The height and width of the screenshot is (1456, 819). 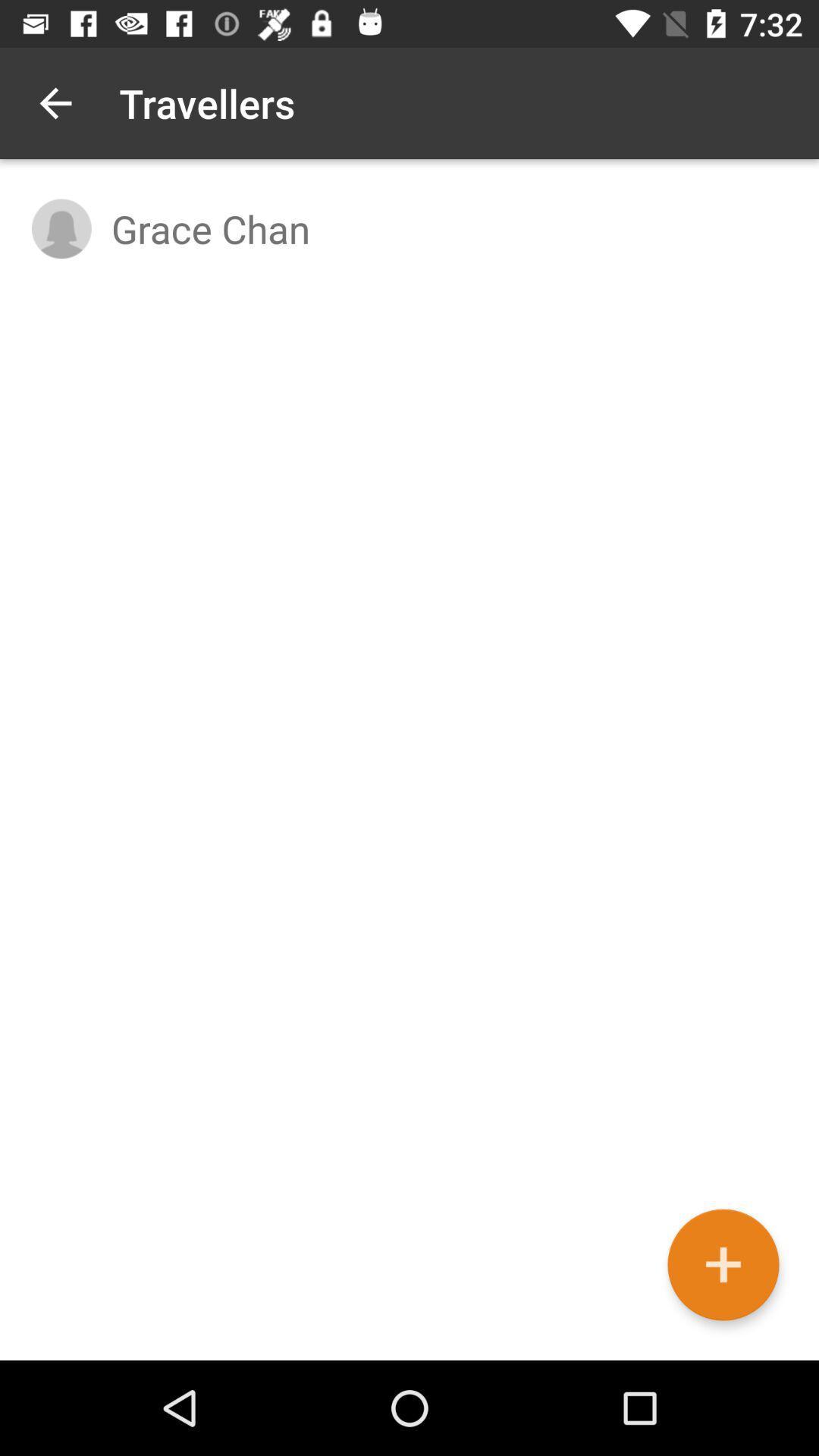 What do you see at coordinates (722, 1264) in the screenshot?
I see `the add icon` at bounding box center [722, 1264].